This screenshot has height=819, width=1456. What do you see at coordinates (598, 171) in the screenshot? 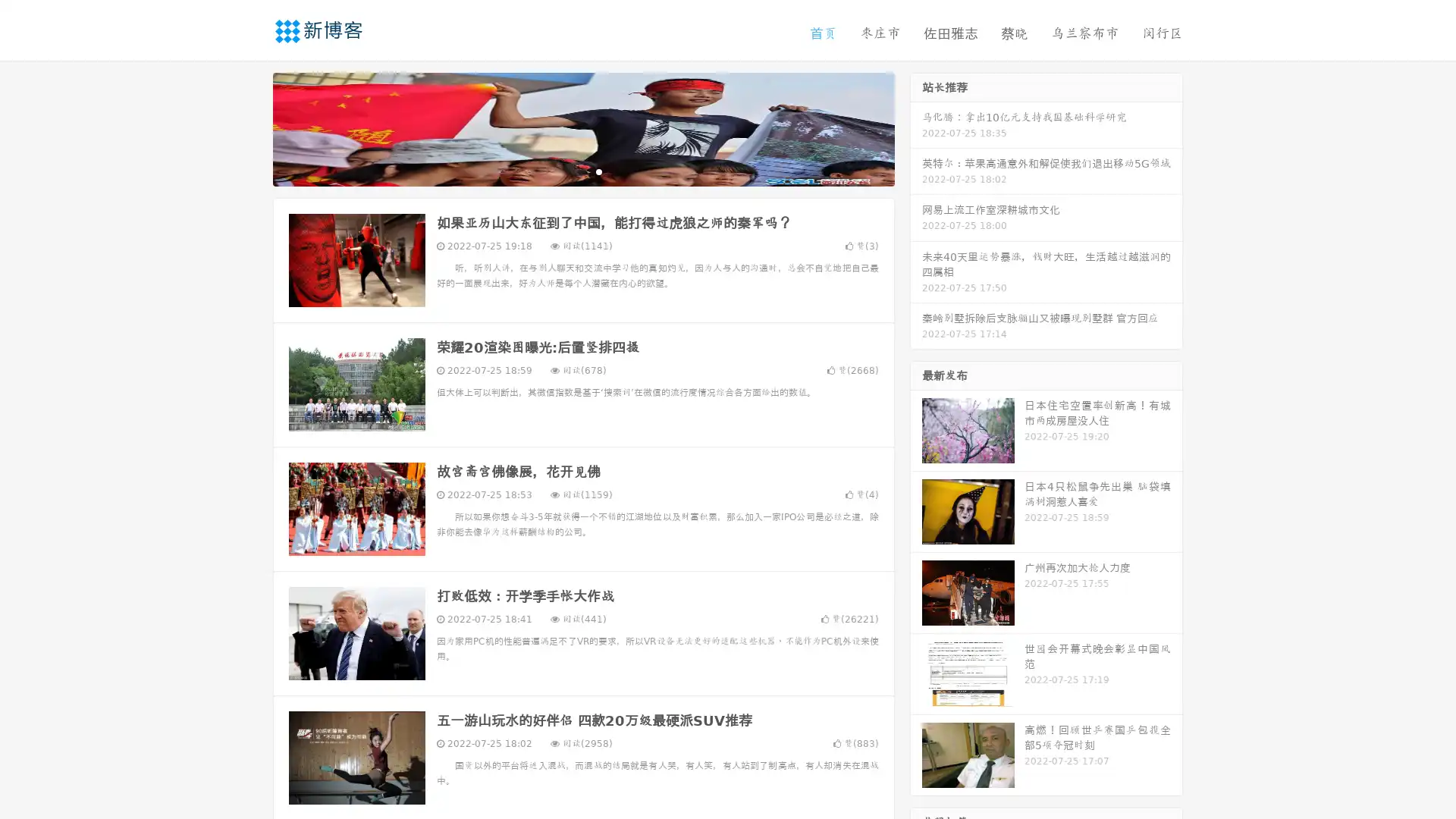
I see `Go to slide 3` at bounding box center [598, 171].